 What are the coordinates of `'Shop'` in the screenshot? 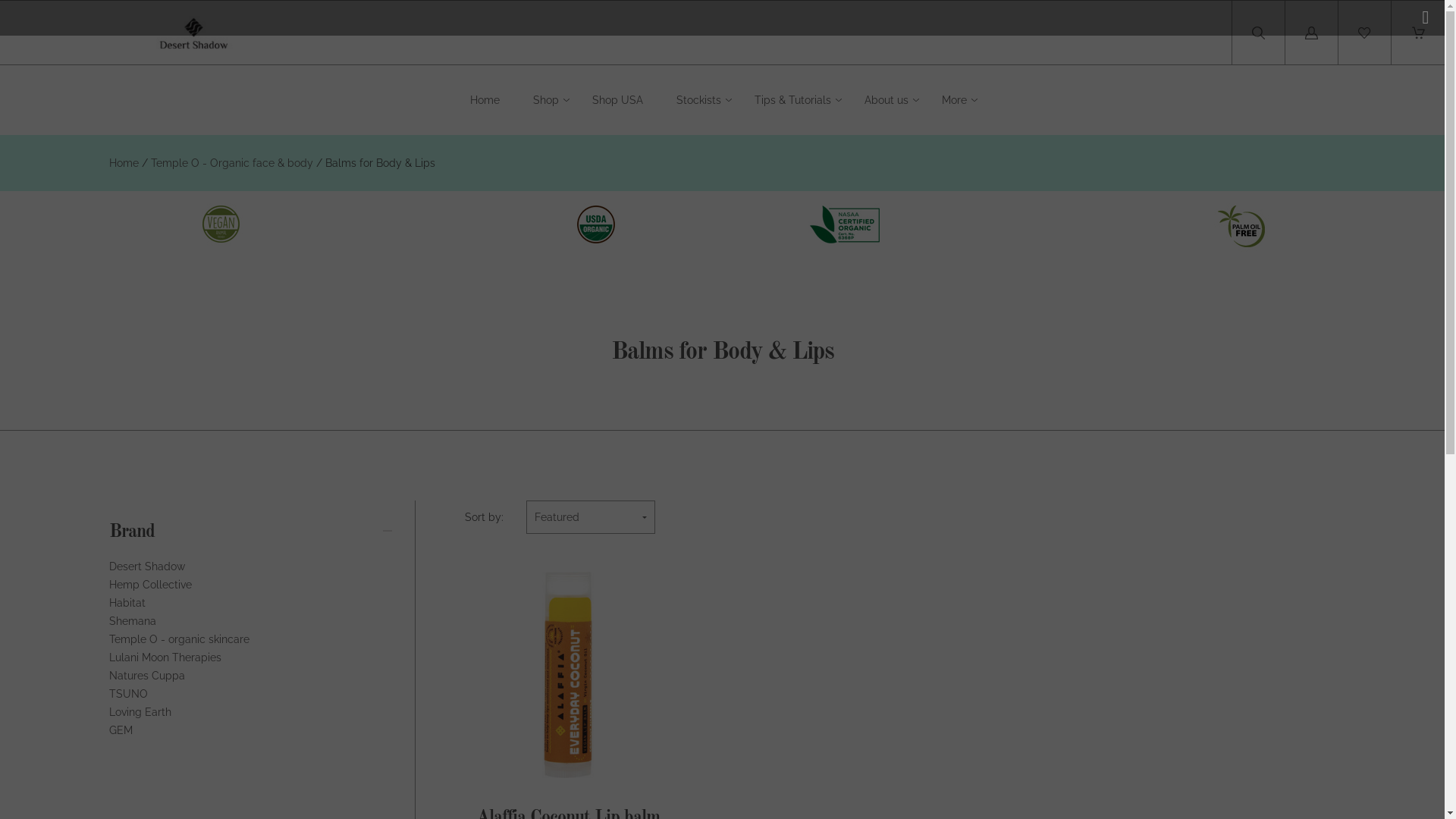 It's located at (546, 100).